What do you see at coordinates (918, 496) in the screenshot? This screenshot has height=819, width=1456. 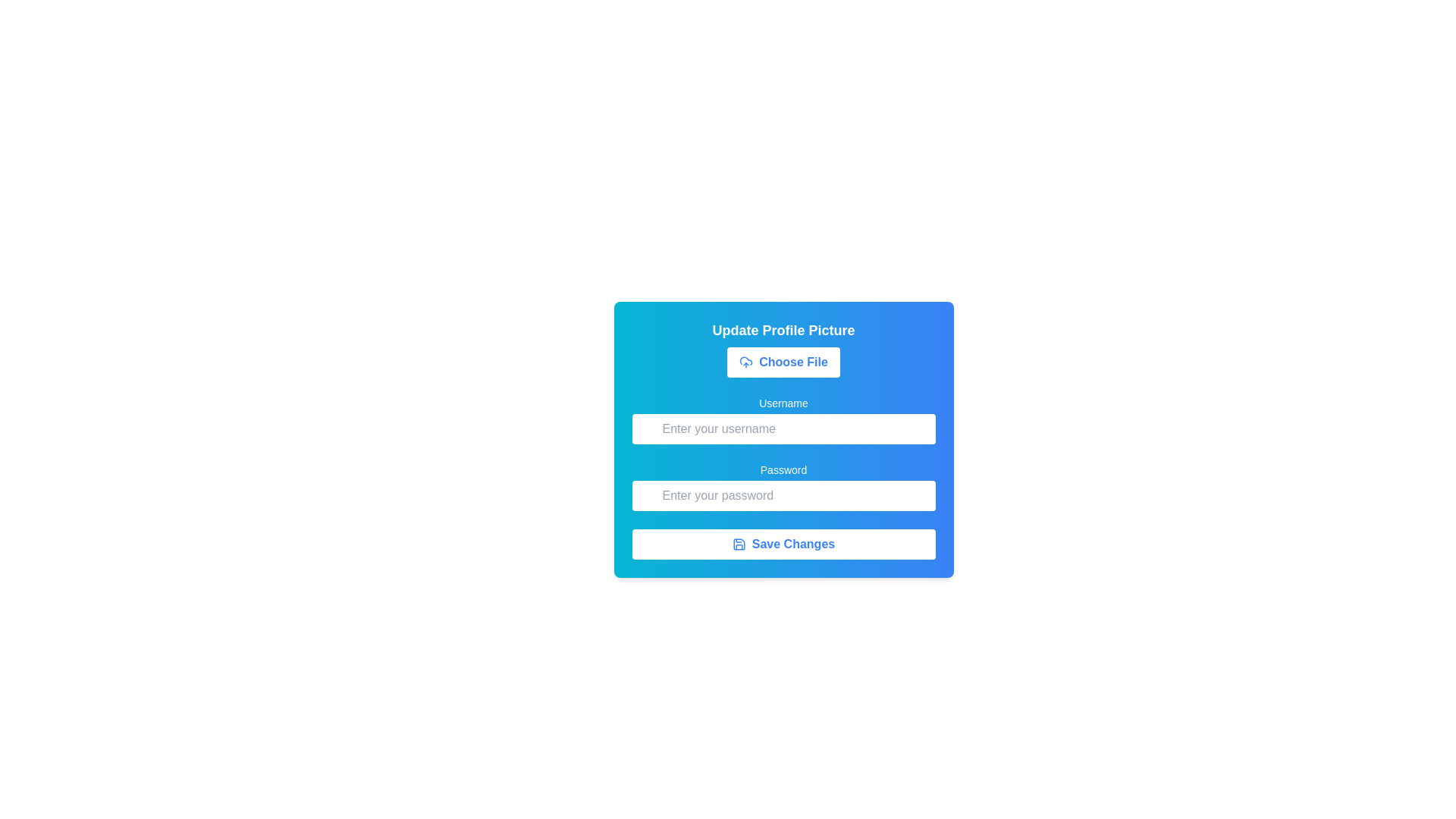 I see `the password visibility toggle button located at the top-right corner of the password input field` at bounding box center [918, 496].